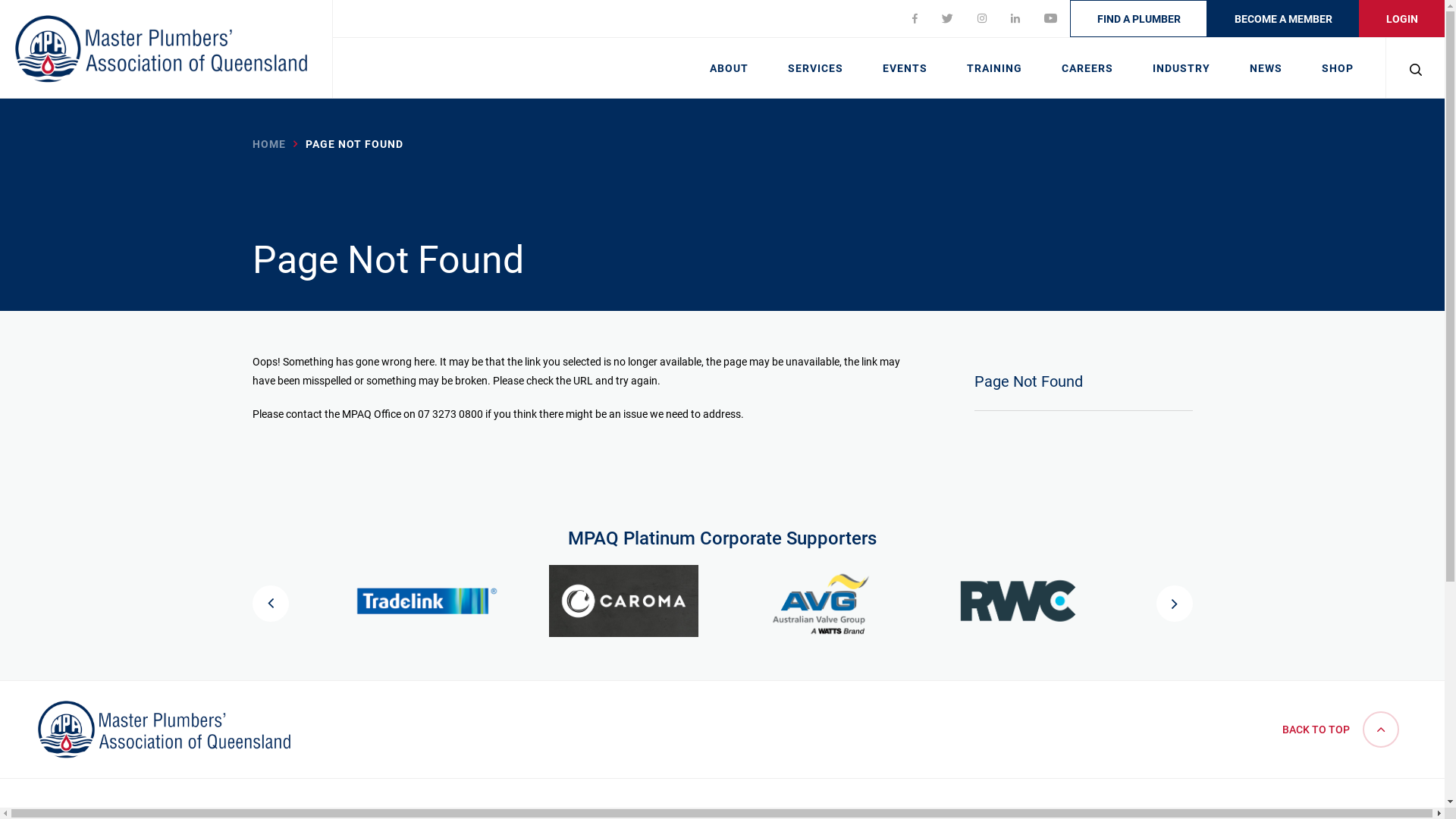 This screenshot has height=819, width=1456. I want to click on 'LOGIN', so click(1358, 18).